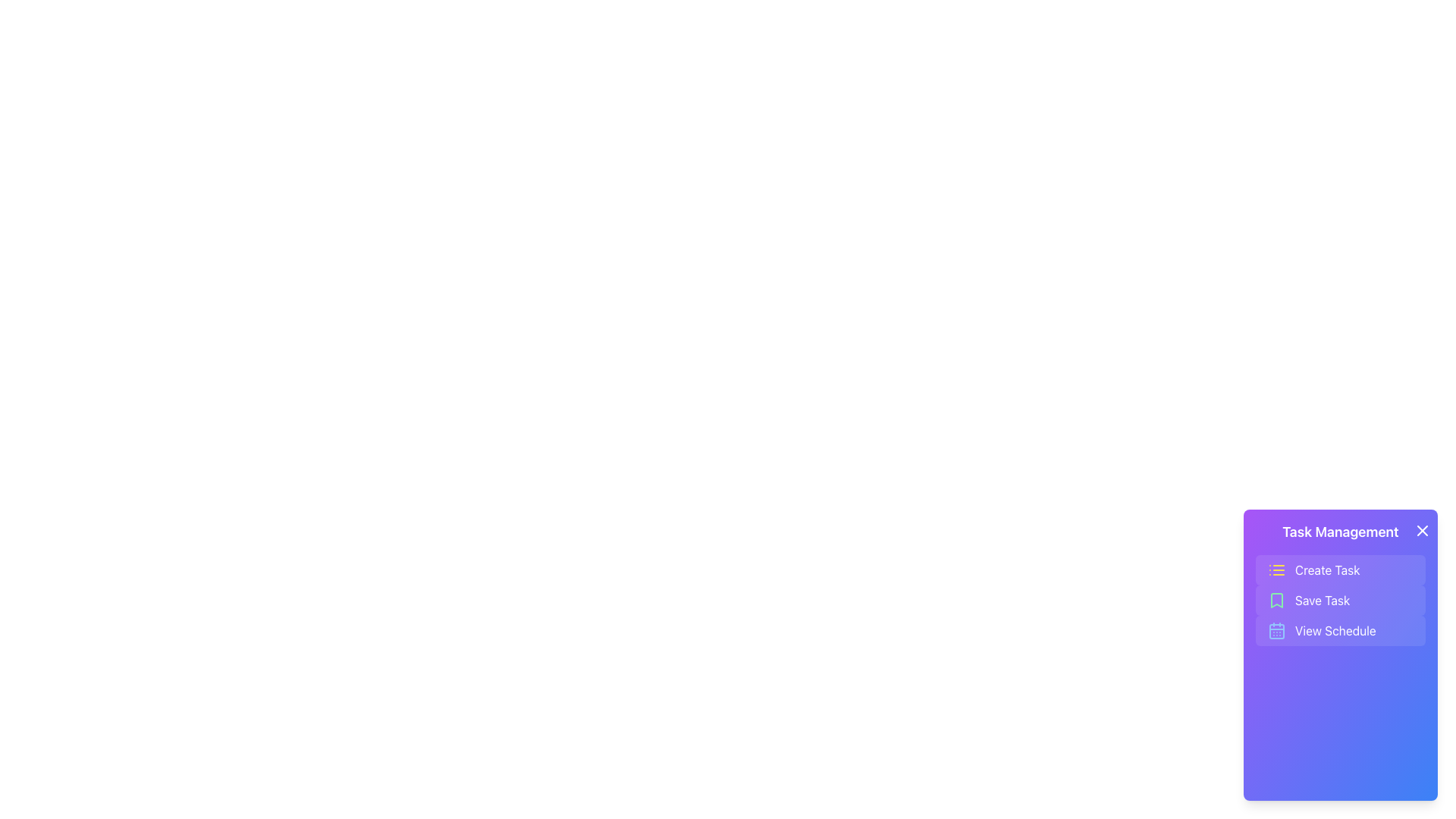 This screenshot has width=1456, height=819. Describe the element at coordinates (1340, 583) in the screenshot. I see `the 'Save Task' button, which is the second interactive entry in the 'Task Management' panel` at that location.